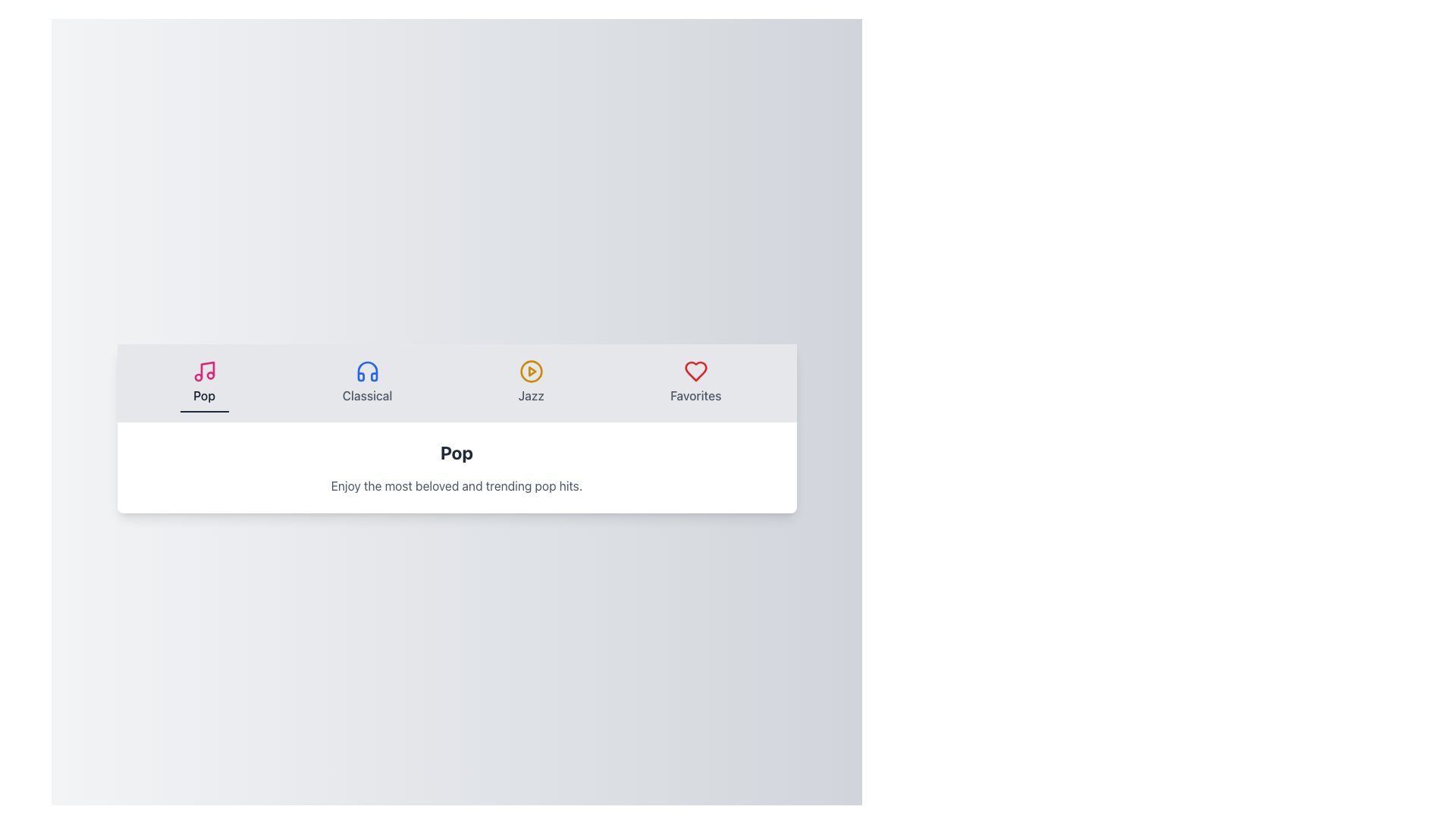  I want to click on the music icon representing the 'Classical' category, so click(367, 371).